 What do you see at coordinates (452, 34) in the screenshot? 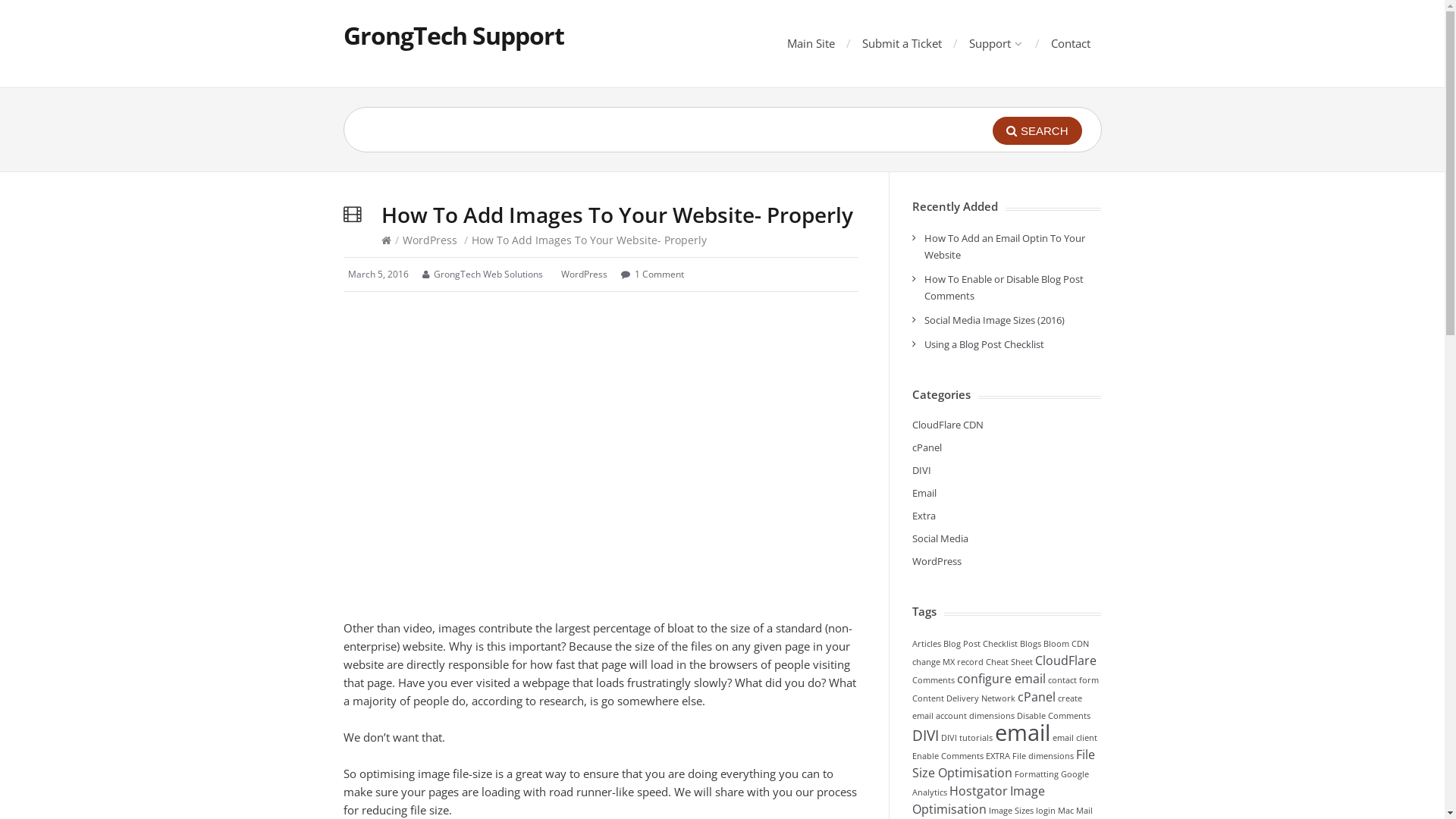
I see `'GrongTech Support'` at bounding box center [452, 34].